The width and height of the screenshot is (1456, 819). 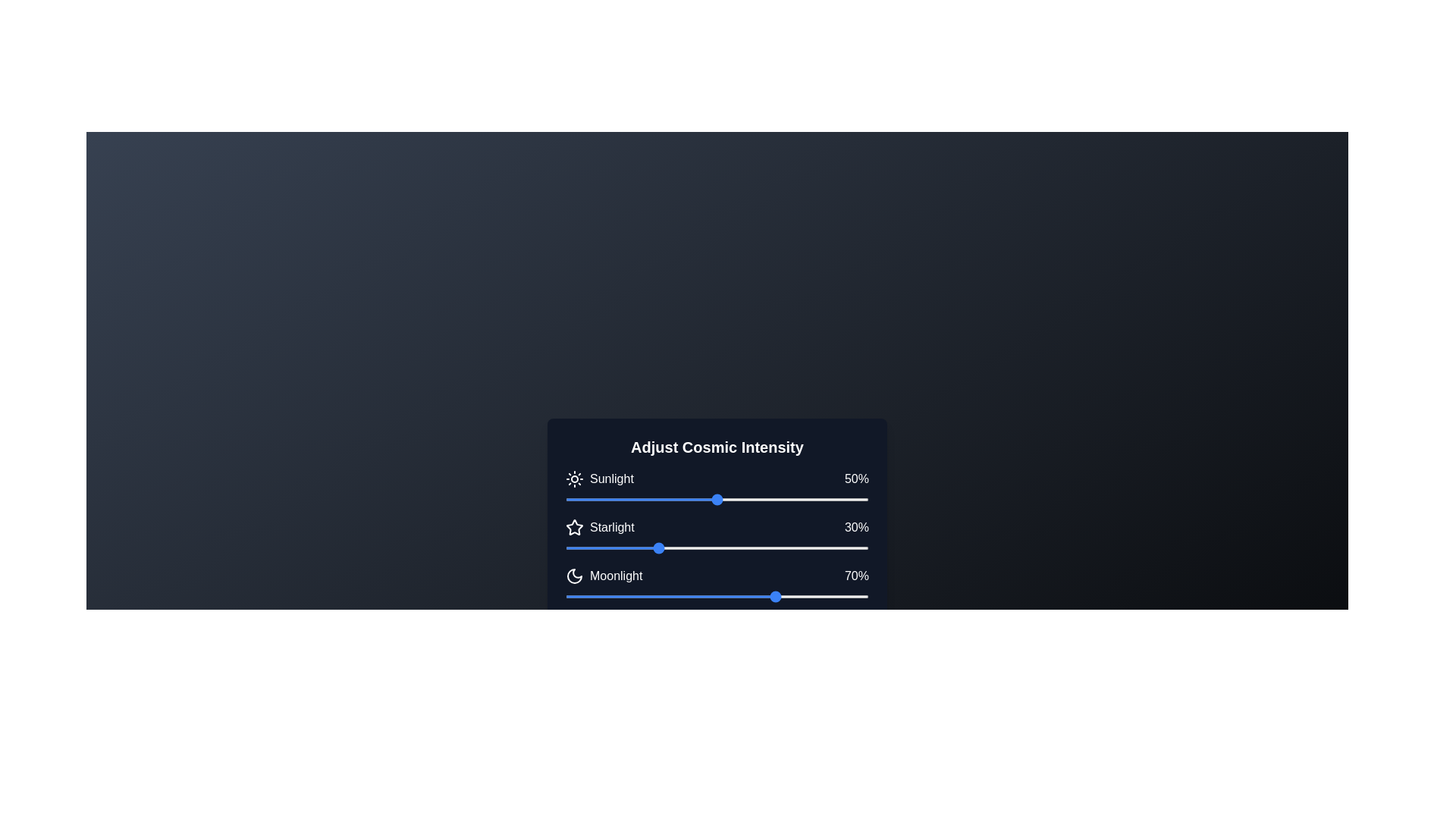 I want to click on the 'Starlight' slider to 41% intensity, so click(x=689, y=548).